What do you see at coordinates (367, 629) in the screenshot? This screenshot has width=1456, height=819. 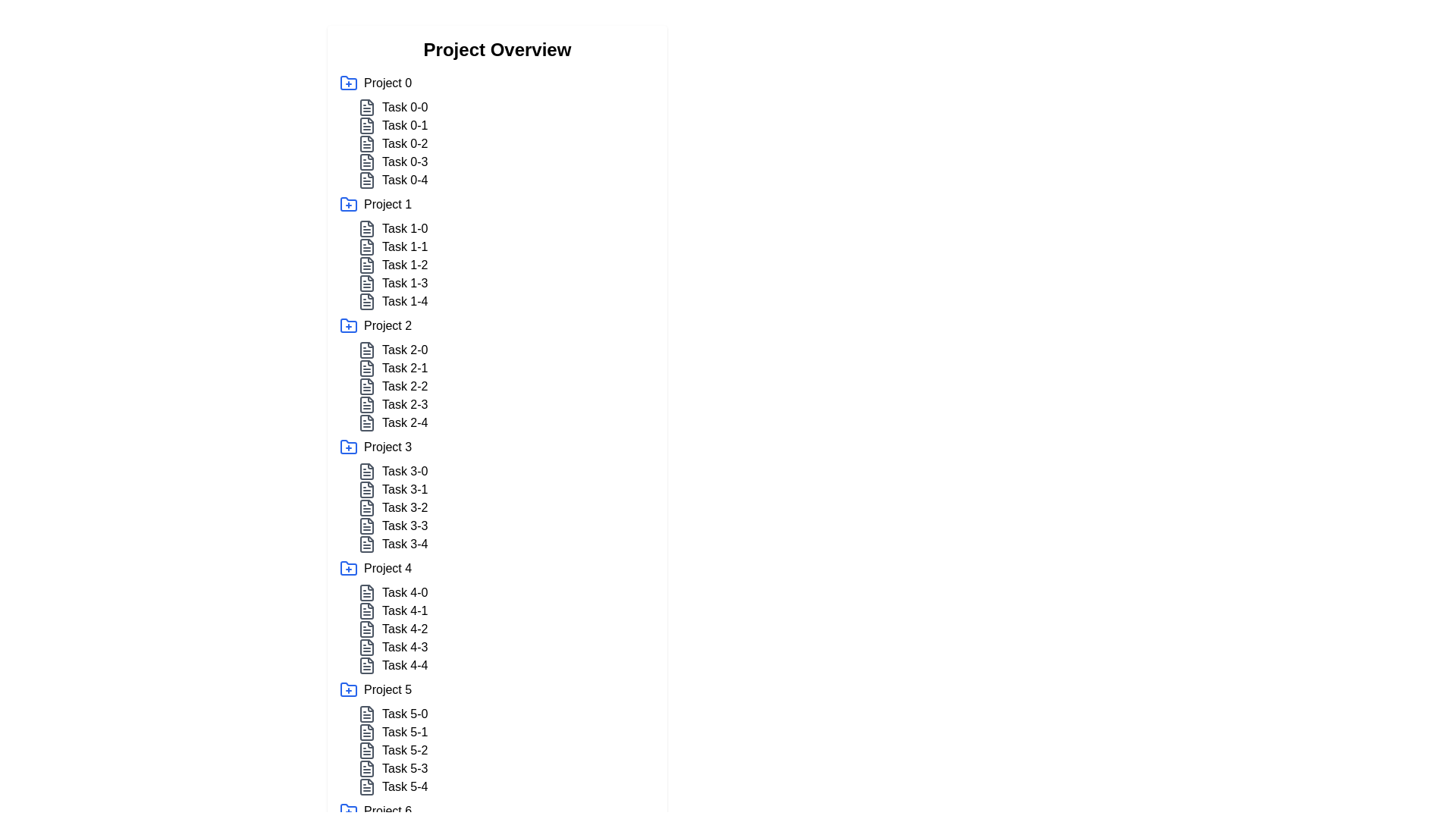 I see `the Document icon located beside the text 'Task 4-2' under 'Project 4'` at bounding box center [367, 629].